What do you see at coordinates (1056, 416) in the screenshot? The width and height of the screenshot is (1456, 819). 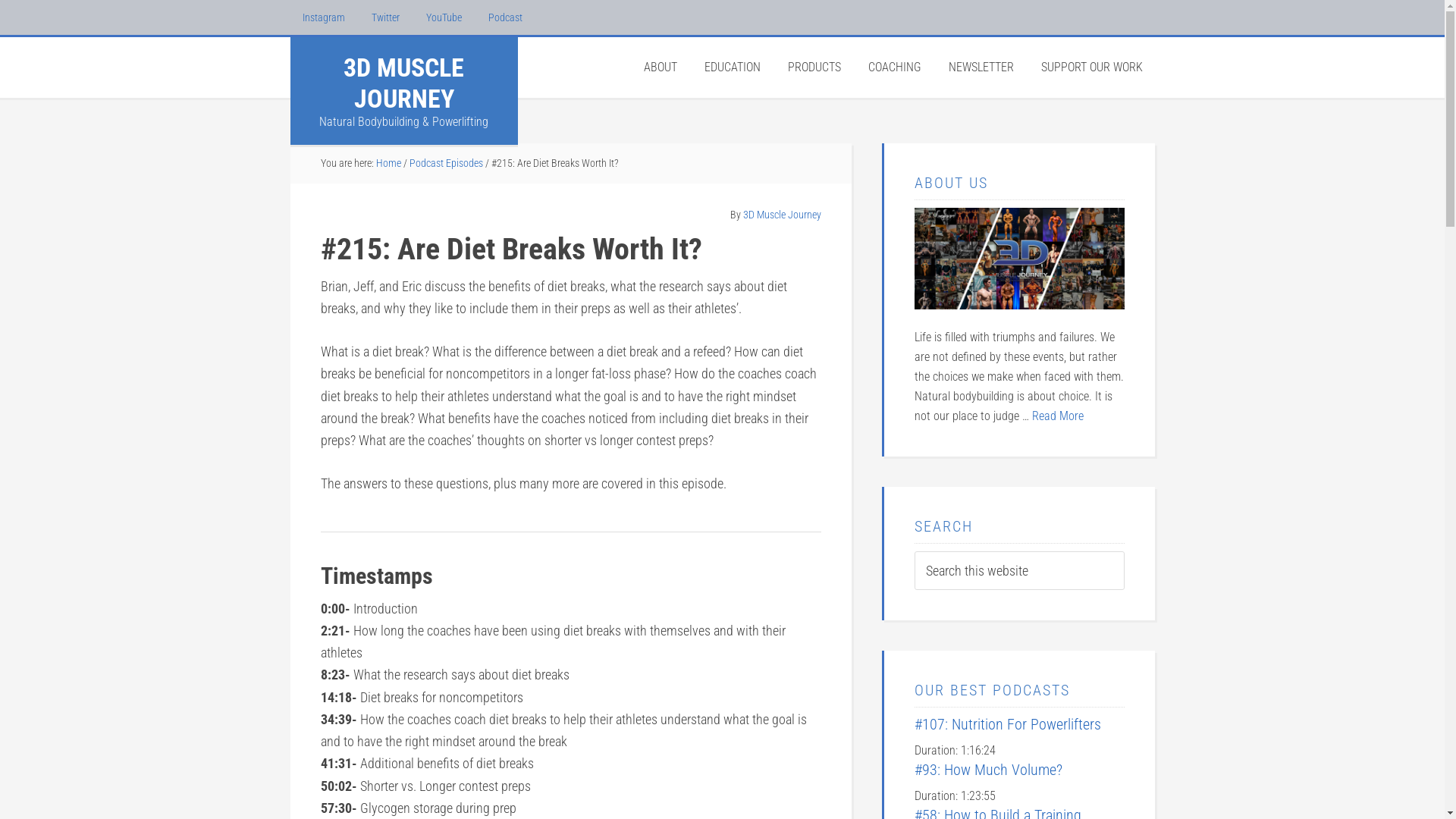 I see `'Read More'` at bounding box center [1056, 416].